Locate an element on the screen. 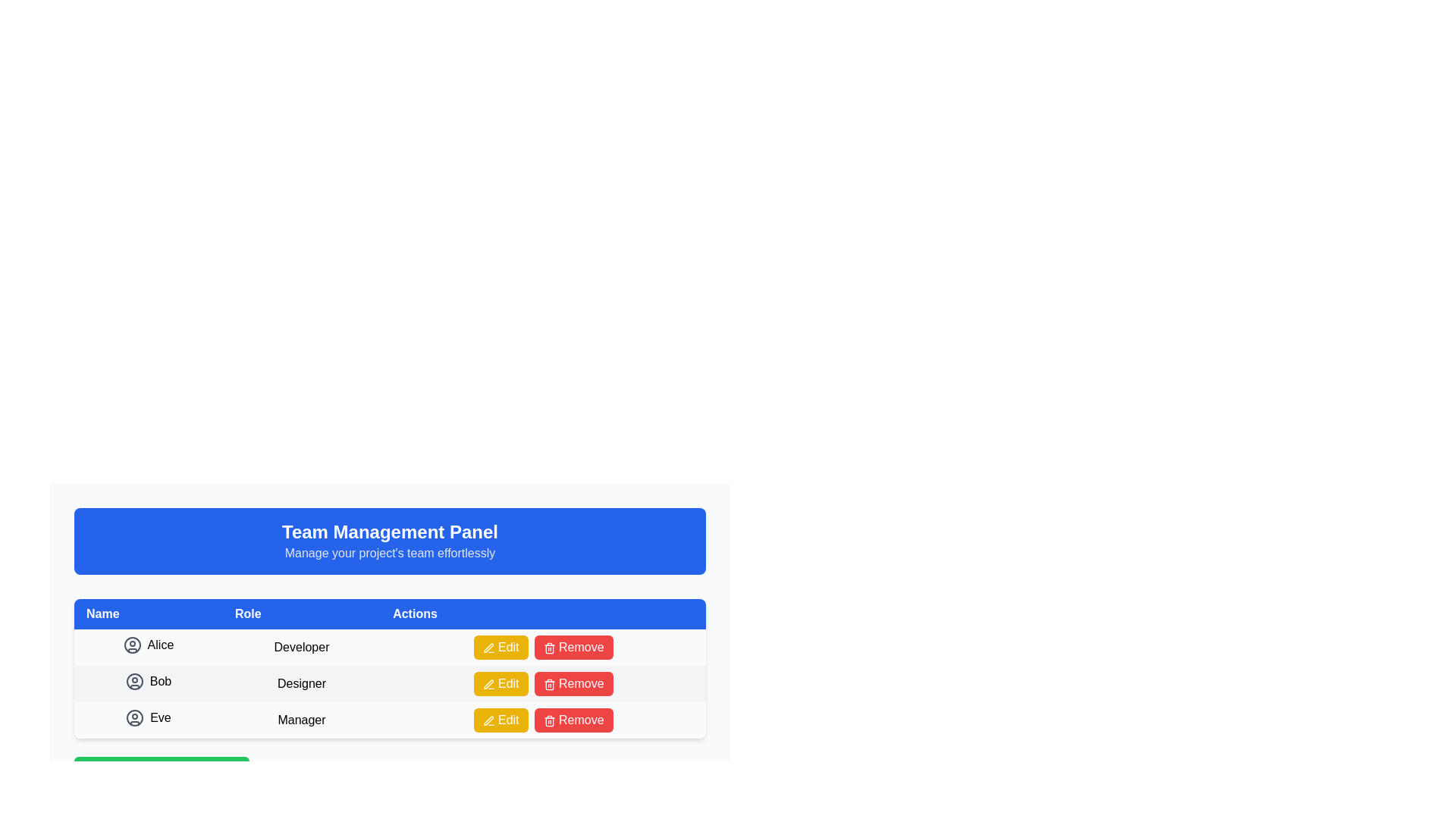 The height and width of the screenshot is (819, 1456). the user profile icon located in the second row under the 'Name' column, adjacent to the text 'Bob' is located at coordinates (134, 680).